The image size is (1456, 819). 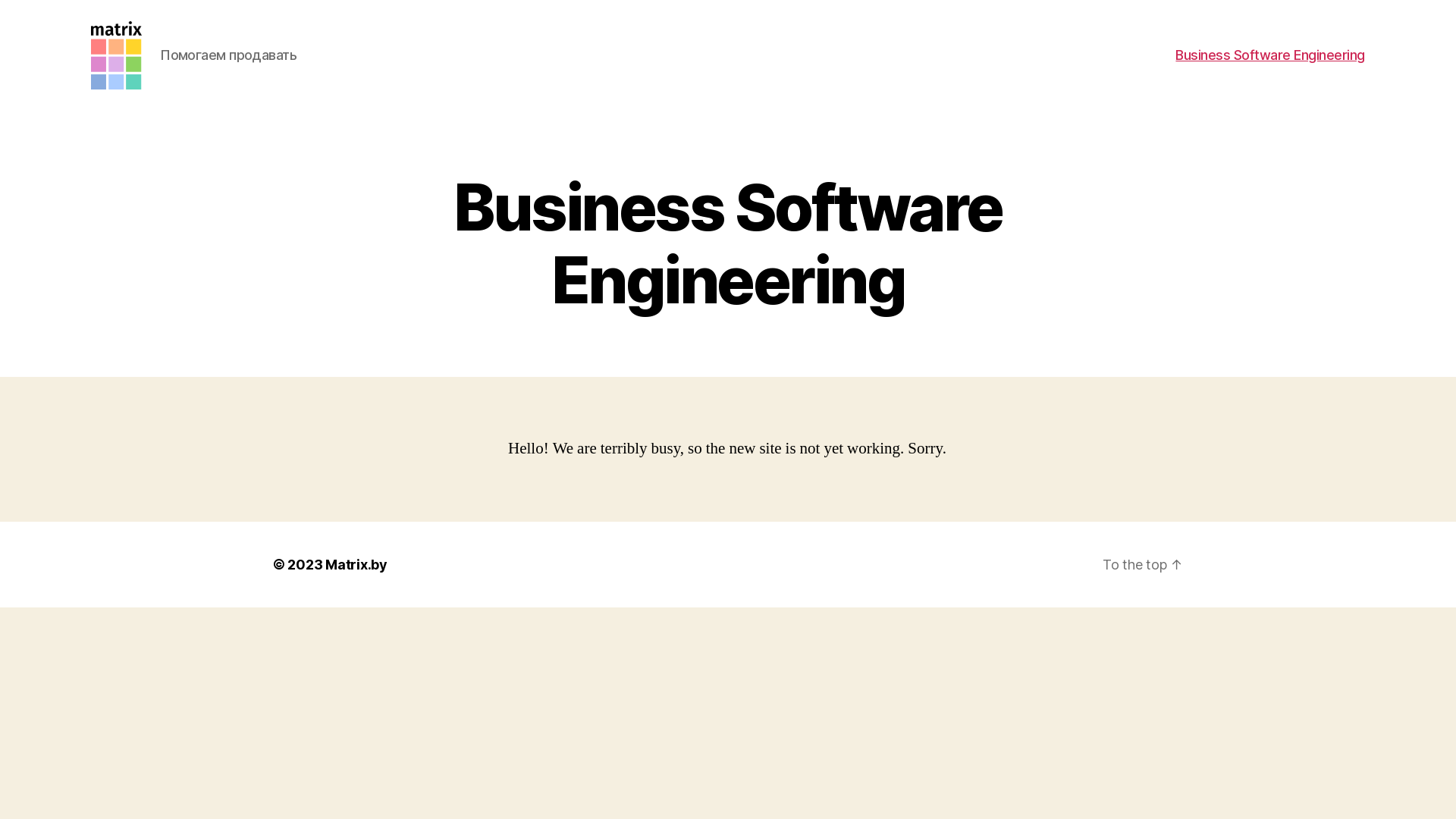 What do you see at coordinates (356, 564) in the screenshot?
I see `'Matrix.by'` at bounding box center [356, 564].